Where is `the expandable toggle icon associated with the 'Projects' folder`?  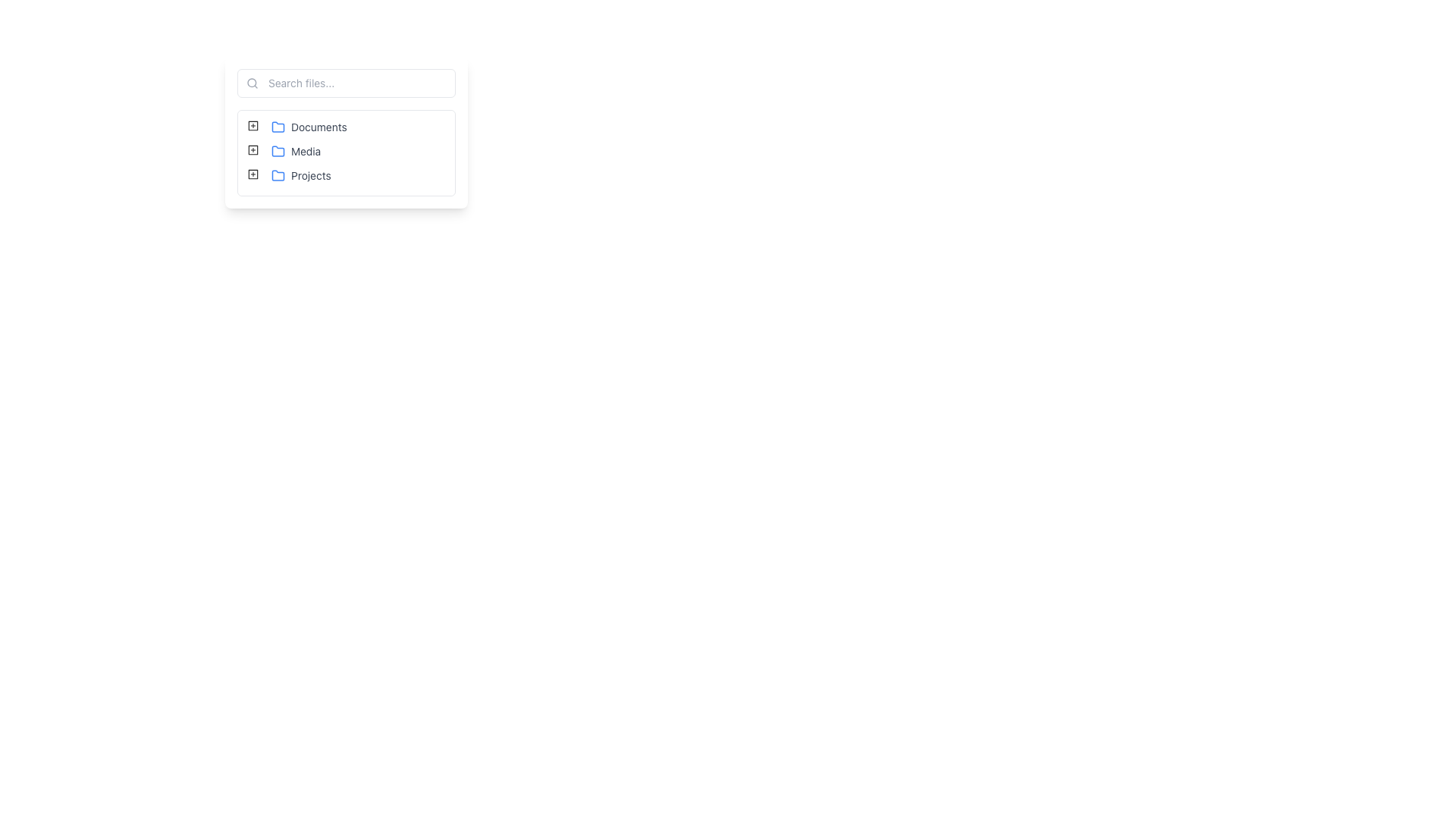 the expandable toggle icon associated with the 'Projects' folder is located at coordinates (253, 174).